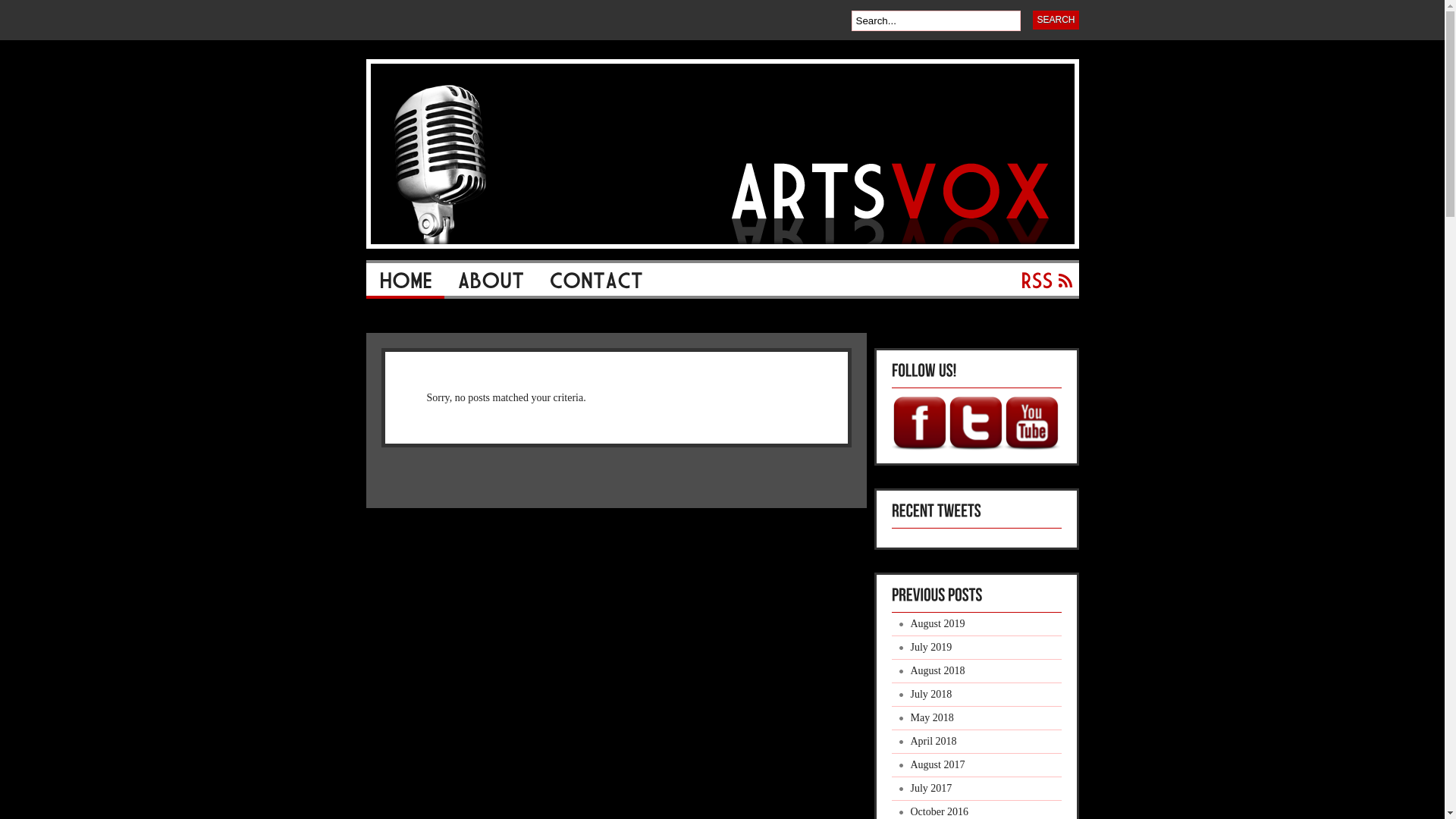 The height and width of the screenshot is (819, 1456). Describe the element at coordinates (976, 788) in the screenshot. I see `'July 2017'` at that location.